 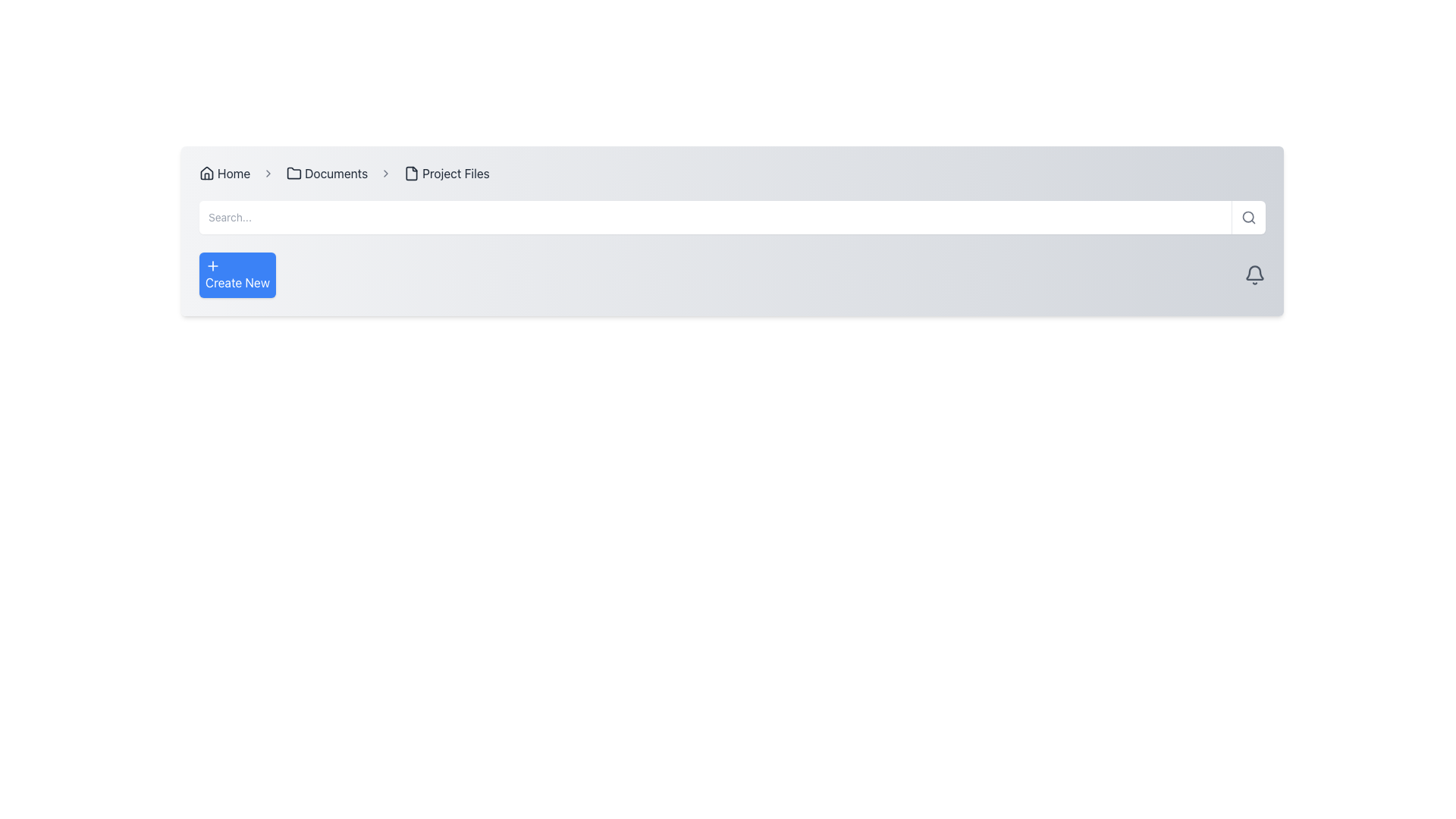 What do you see at coordinates (326, 172) in the screenshot?
I see `the 'Documents' breadcrumb navigational link, which consists of a folder icon and text styled in a dark font, located in the breadcrumb navigation between 'Home' and 'Project Files'` at bounding box center [326, 172].